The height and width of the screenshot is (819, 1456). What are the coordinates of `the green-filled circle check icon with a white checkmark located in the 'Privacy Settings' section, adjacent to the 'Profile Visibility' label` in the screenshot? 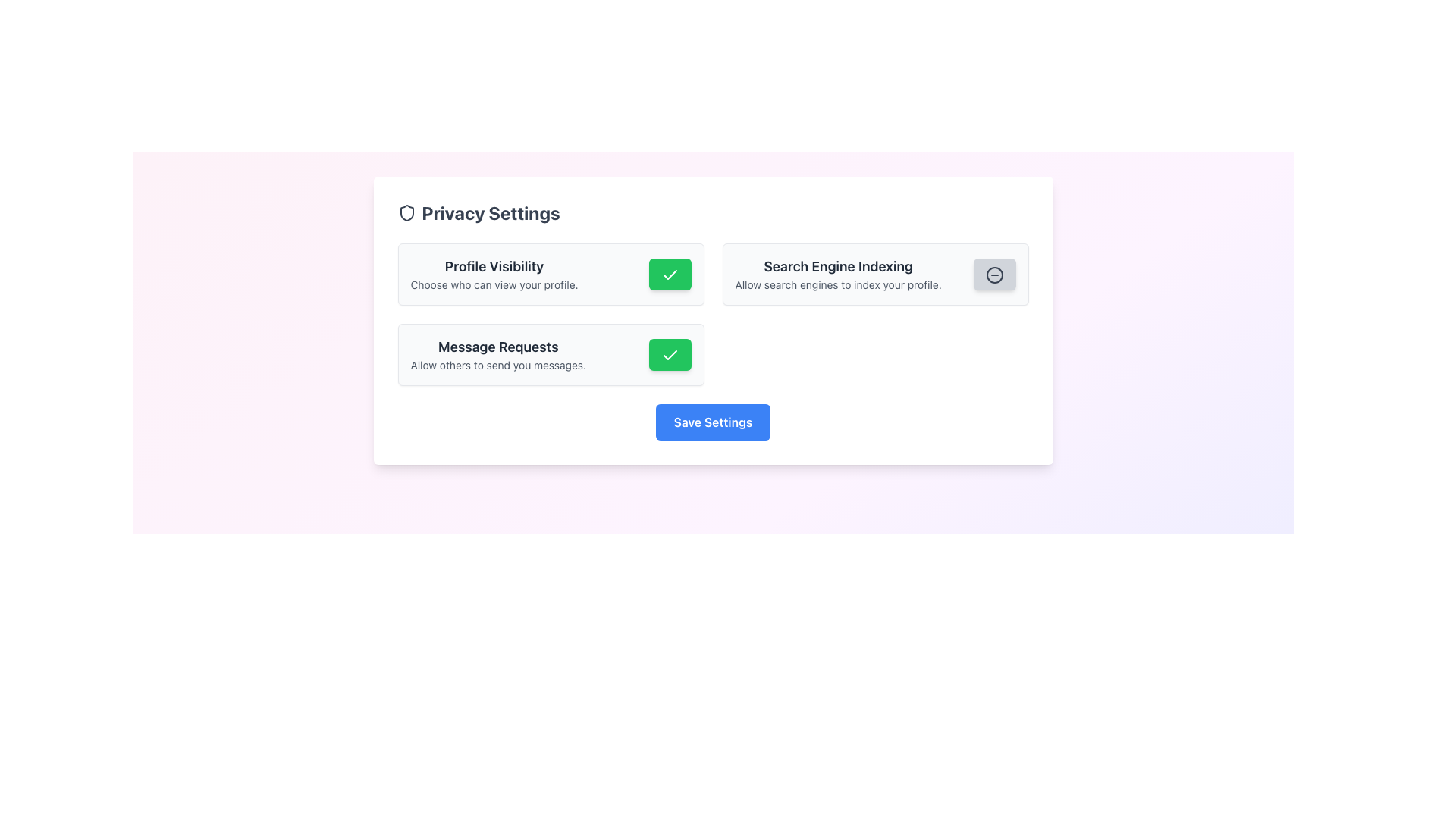 It's located at (669, 275).